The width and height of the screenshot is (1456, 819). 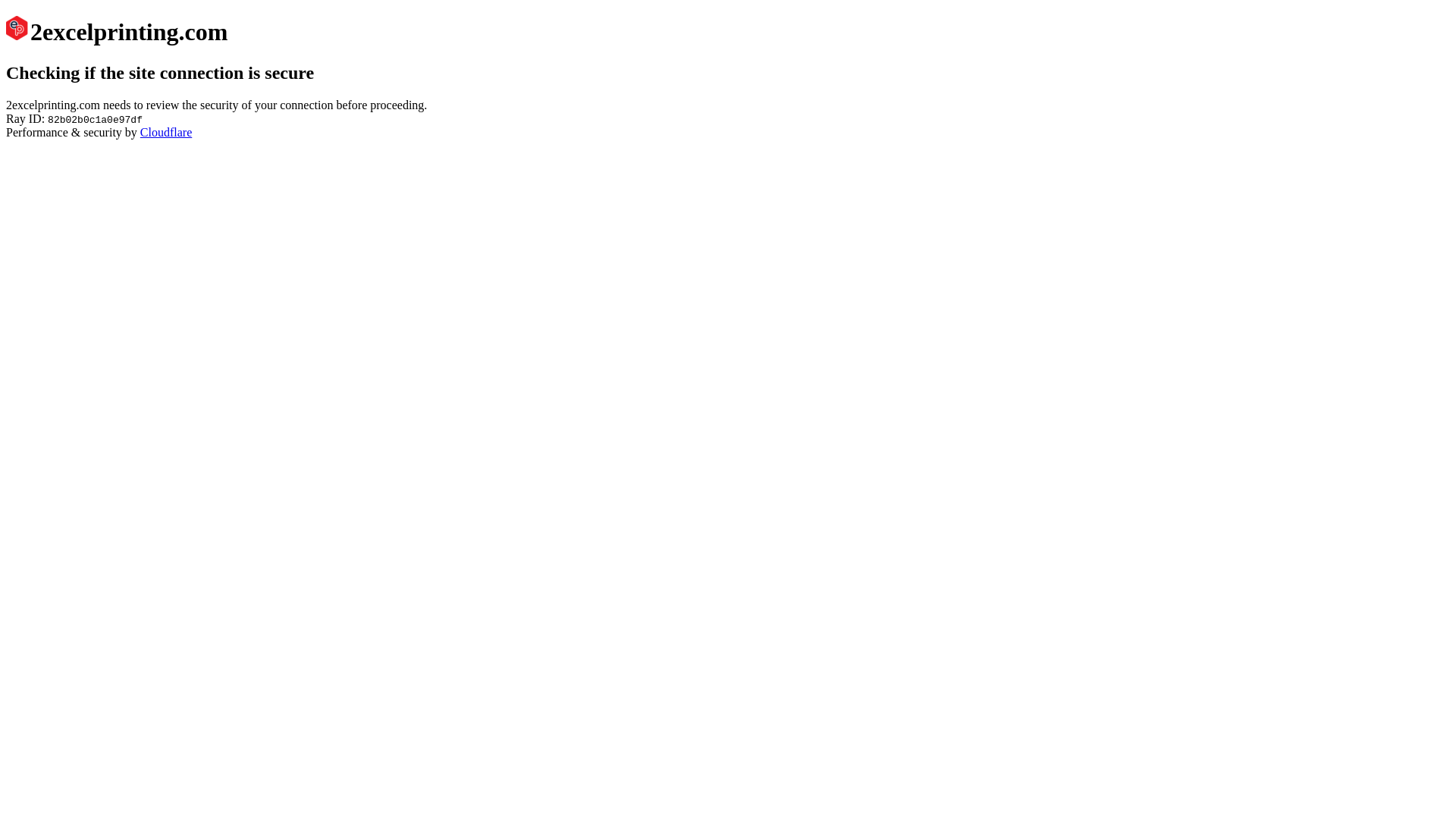 What do you see at coordinates (166, 131) in the screenshot?
I see `'Cloudflare'` at bounding box center [166, 131].